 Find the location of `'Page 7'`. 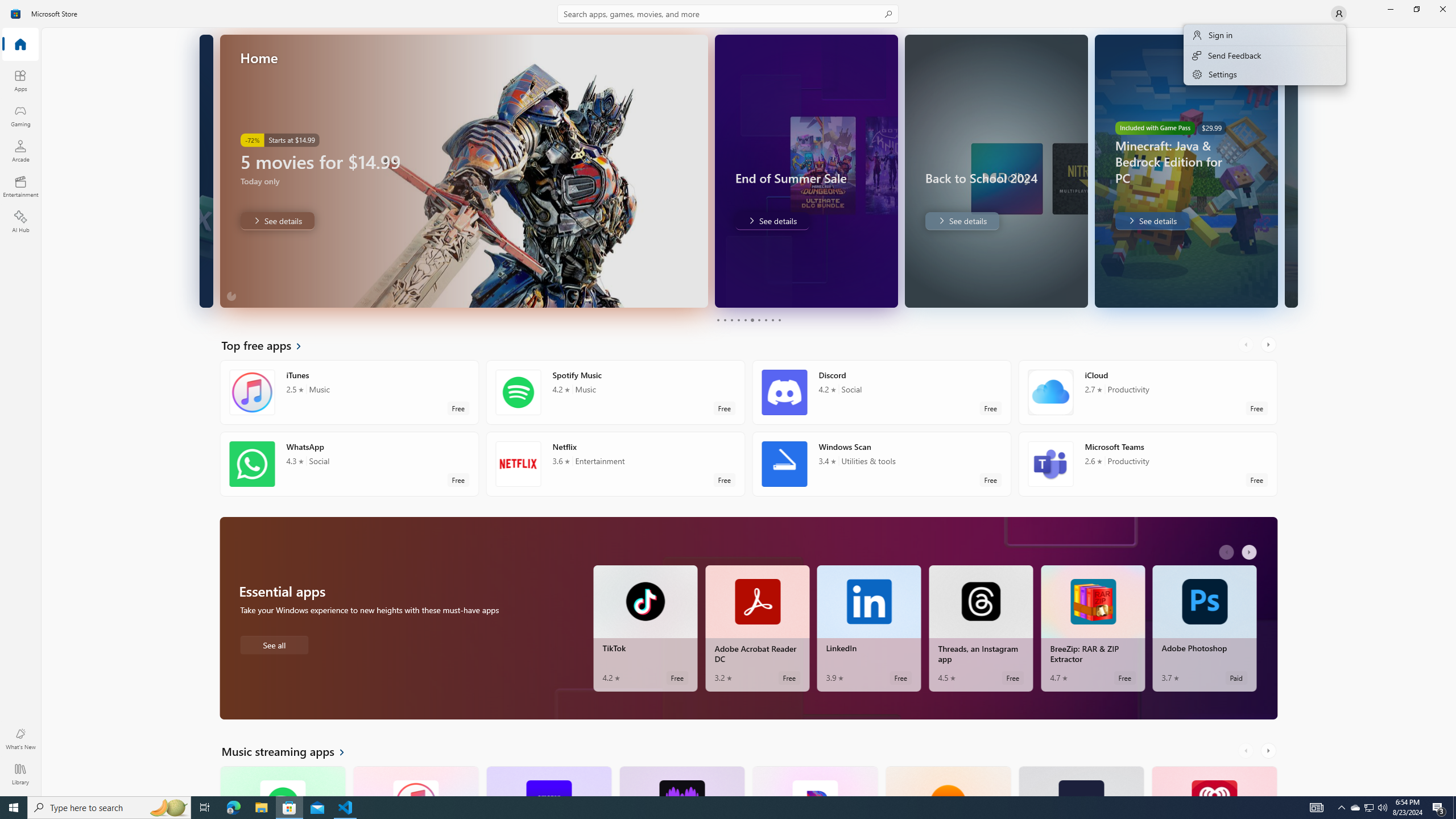

'Page 7' is located at coordinates (758, 320).